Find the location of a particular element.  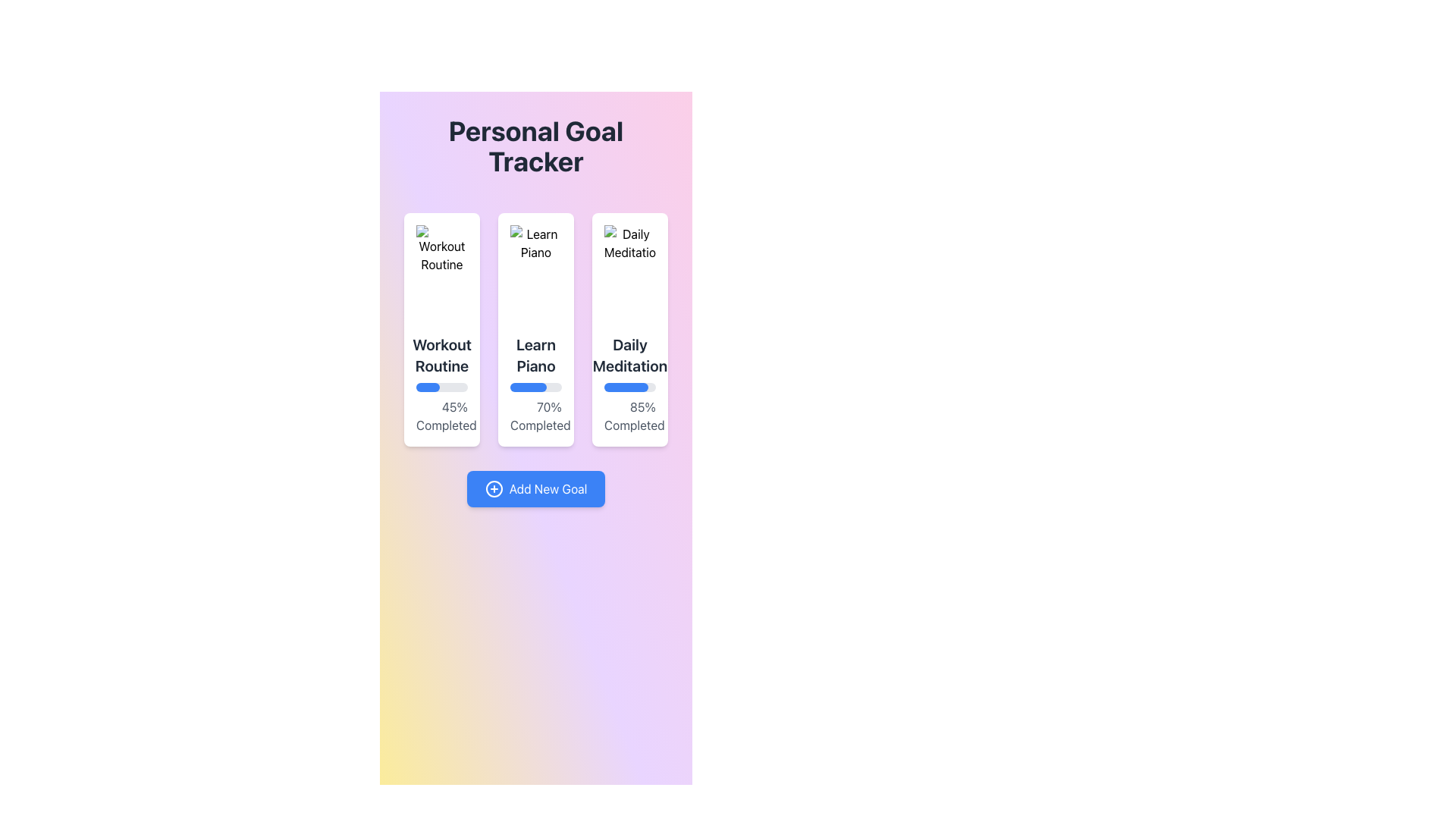

the Goal progress tracker card for Learning Piano, which is the middle card in a horizontal layout of three cards, displaying the current progress and visual indicator of completion is located at coordinates (535, 329).